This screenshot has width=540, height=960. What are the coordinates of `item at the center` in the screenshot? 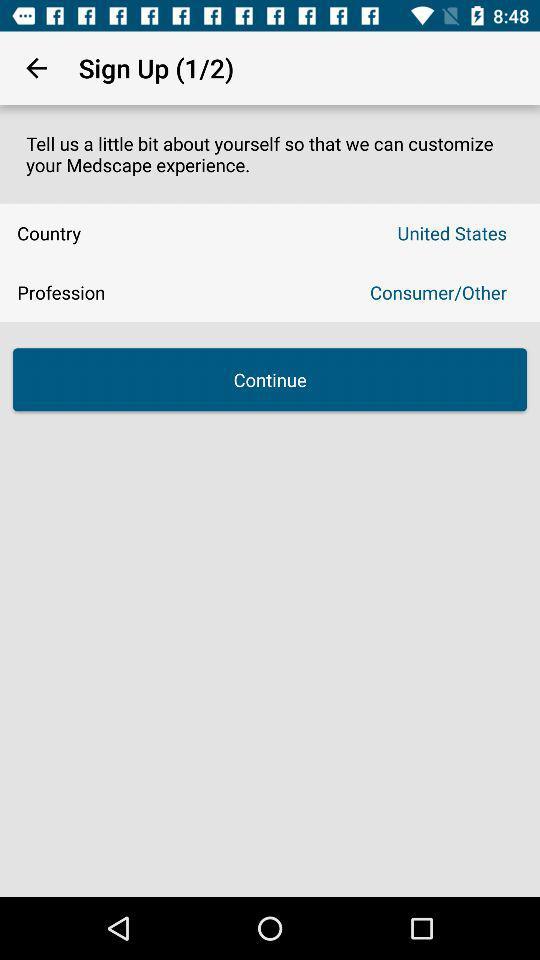 It's located at (270, 378).